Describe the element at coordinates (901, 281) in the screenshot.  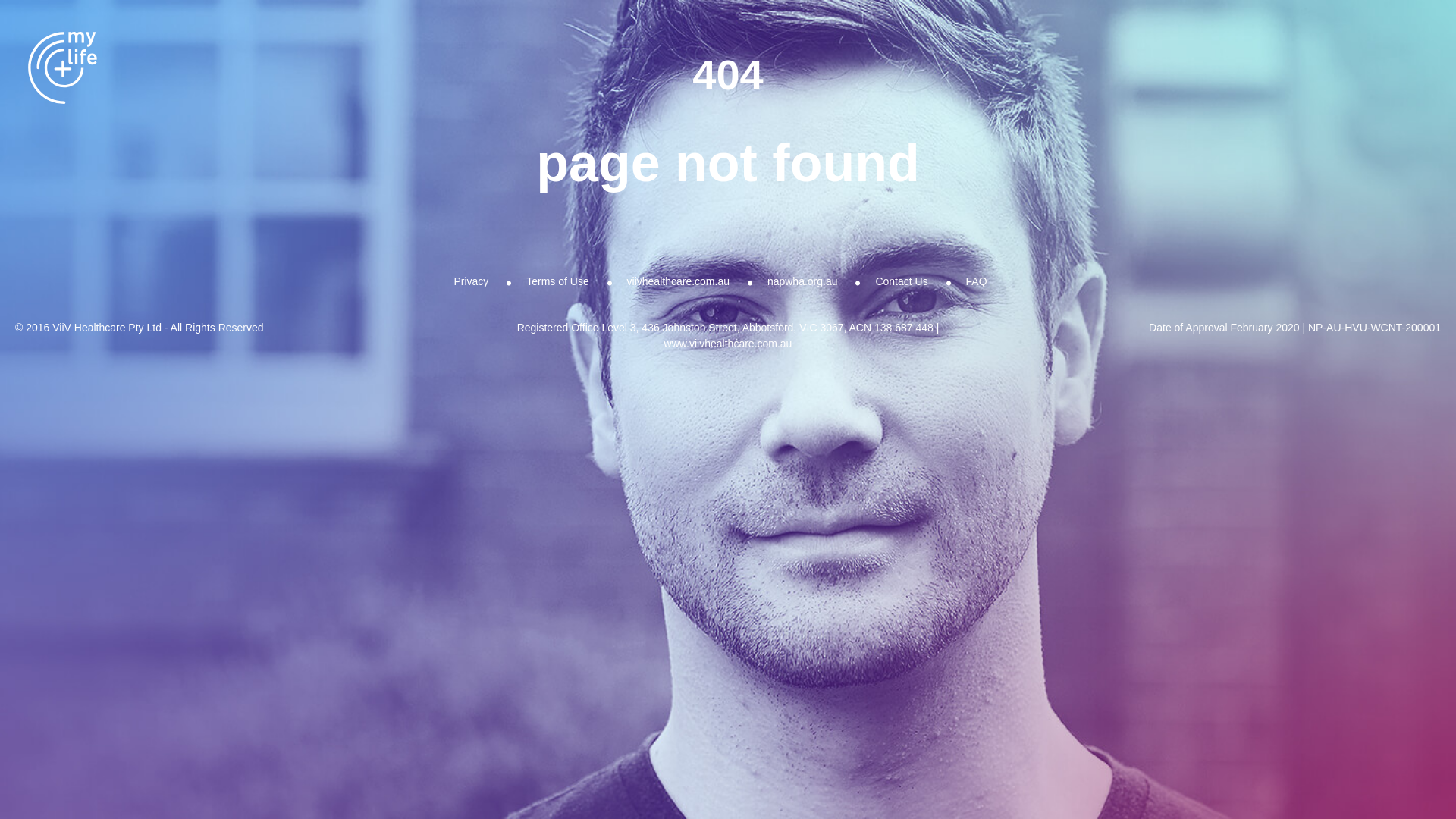
I see `'Contact Us'` at that location.